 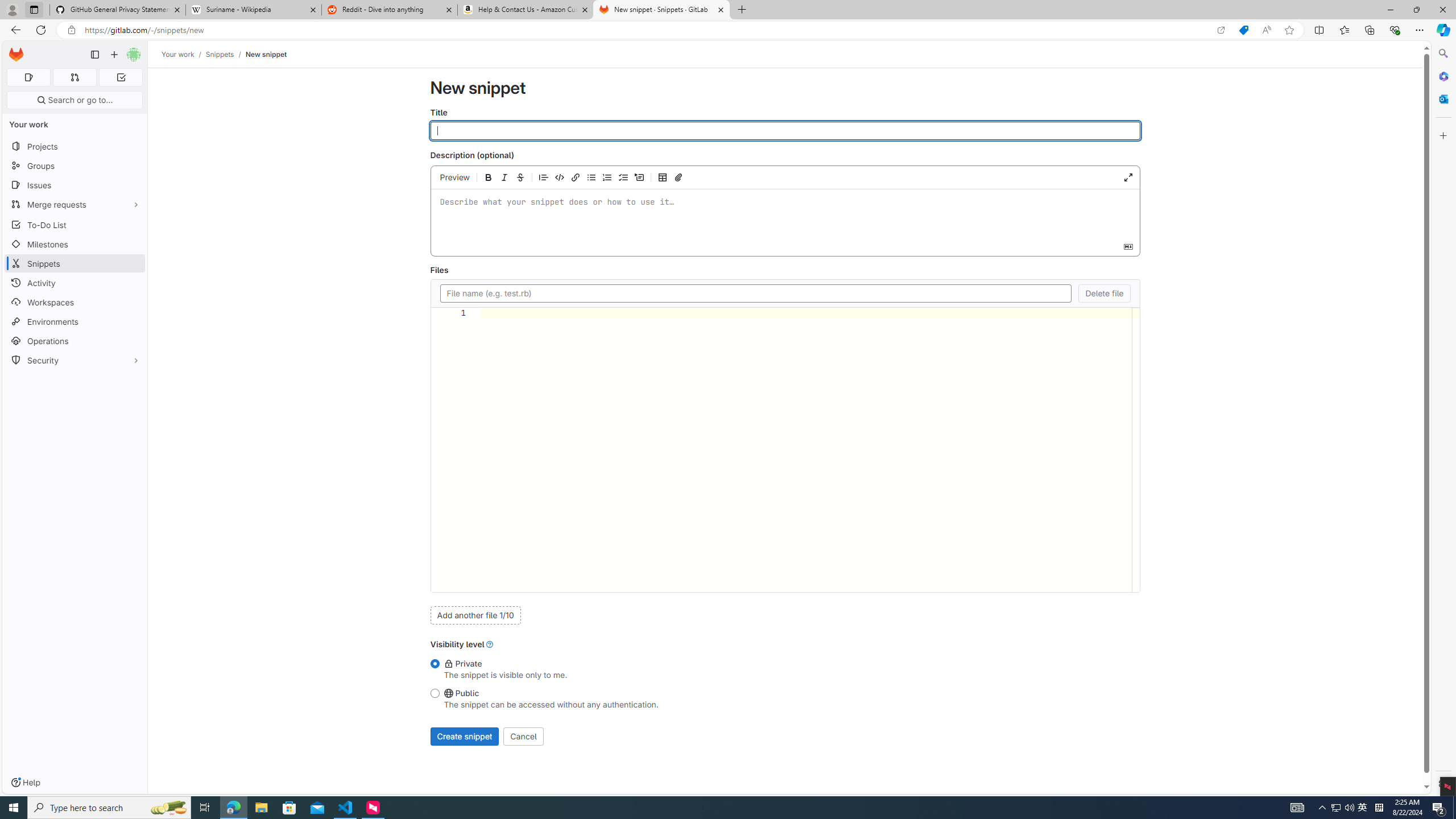 I want to click on 'Snippets', so click(x=220, y=54).